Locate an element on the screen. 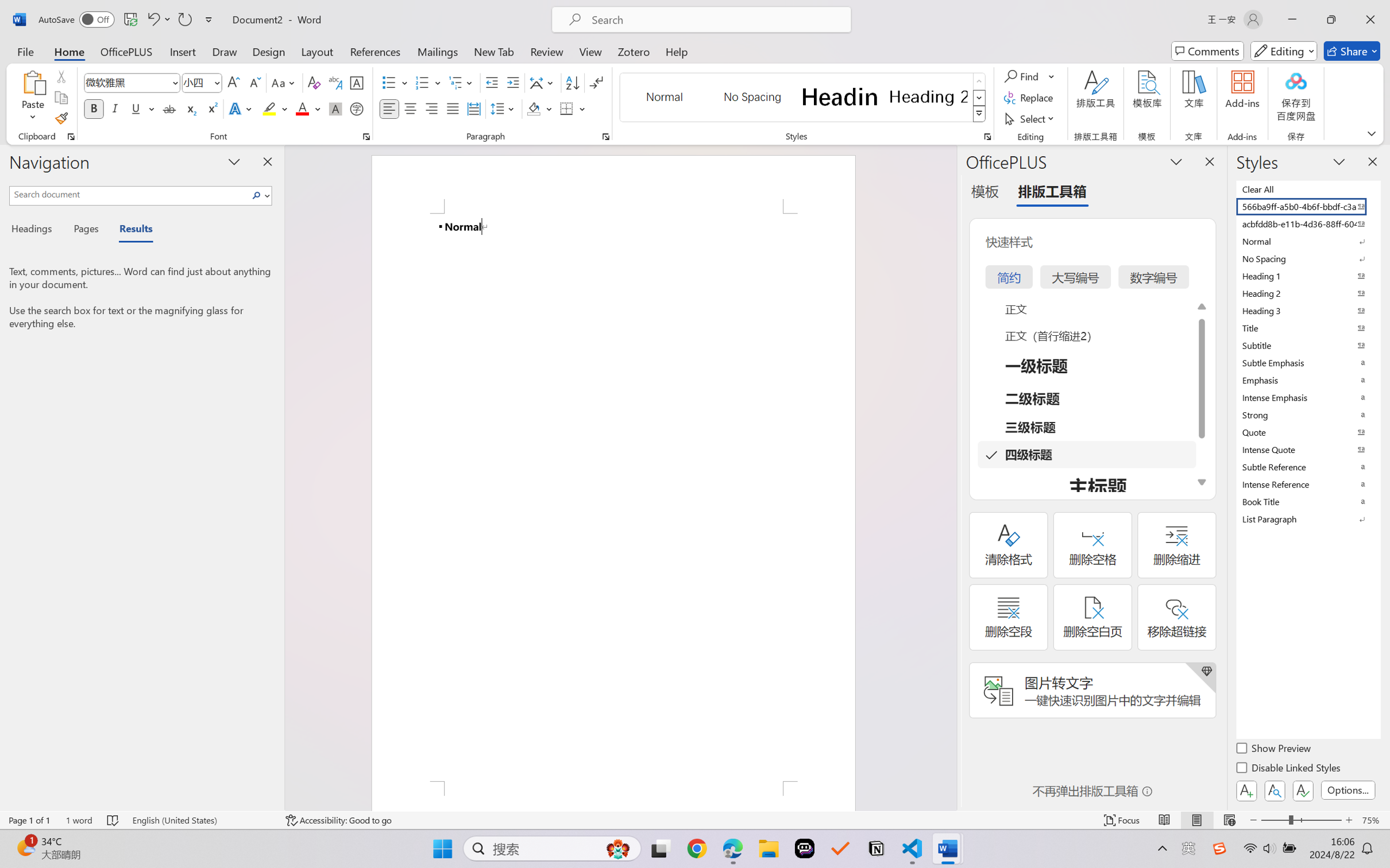 The width and height of the screenshot is (1390, 868). 'Book Title' is located at coordinates (1307, 501).